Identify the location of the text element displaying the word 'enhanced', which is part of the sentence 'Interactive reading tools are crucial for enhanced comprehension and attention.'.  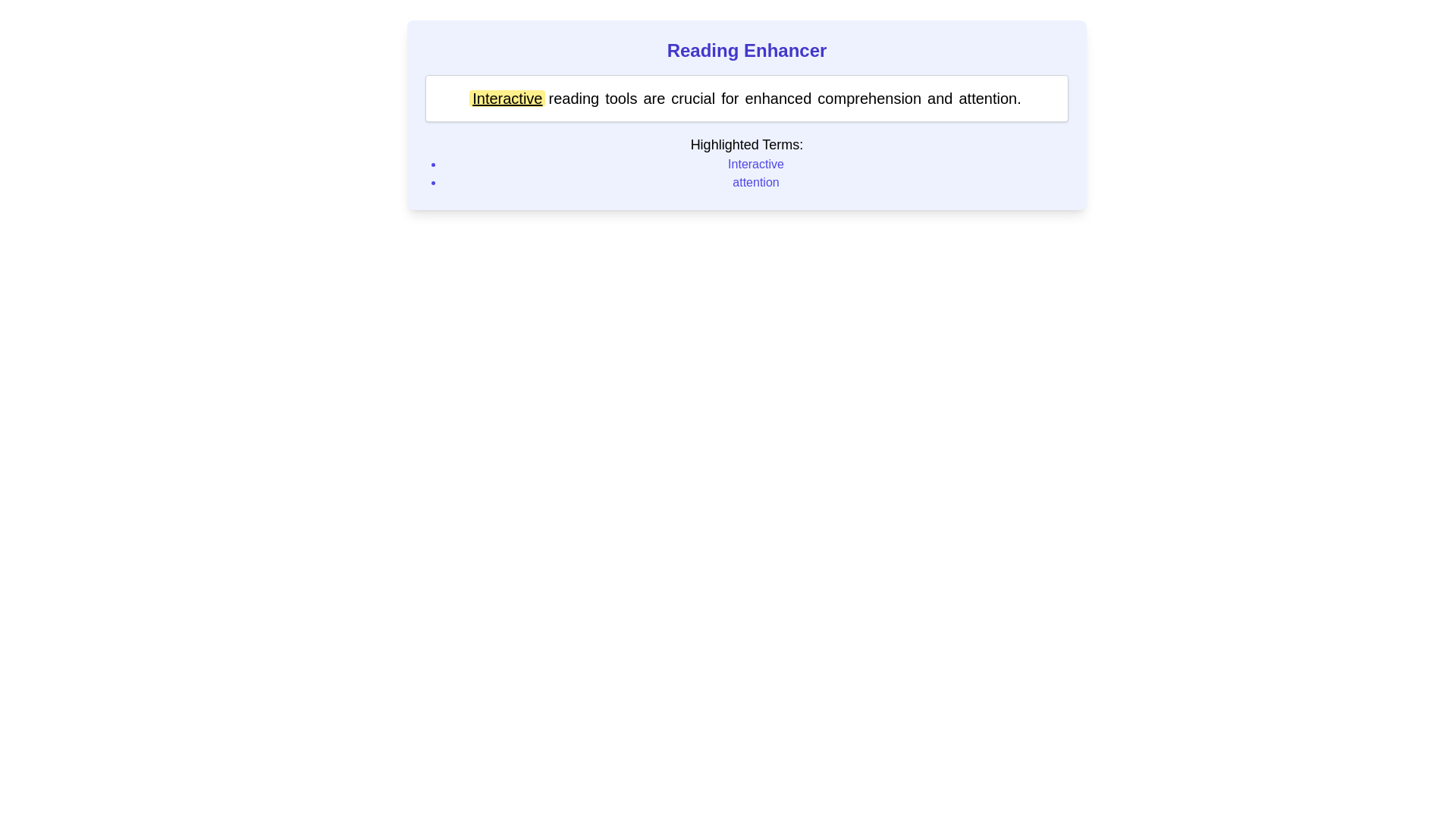
(778, 99).